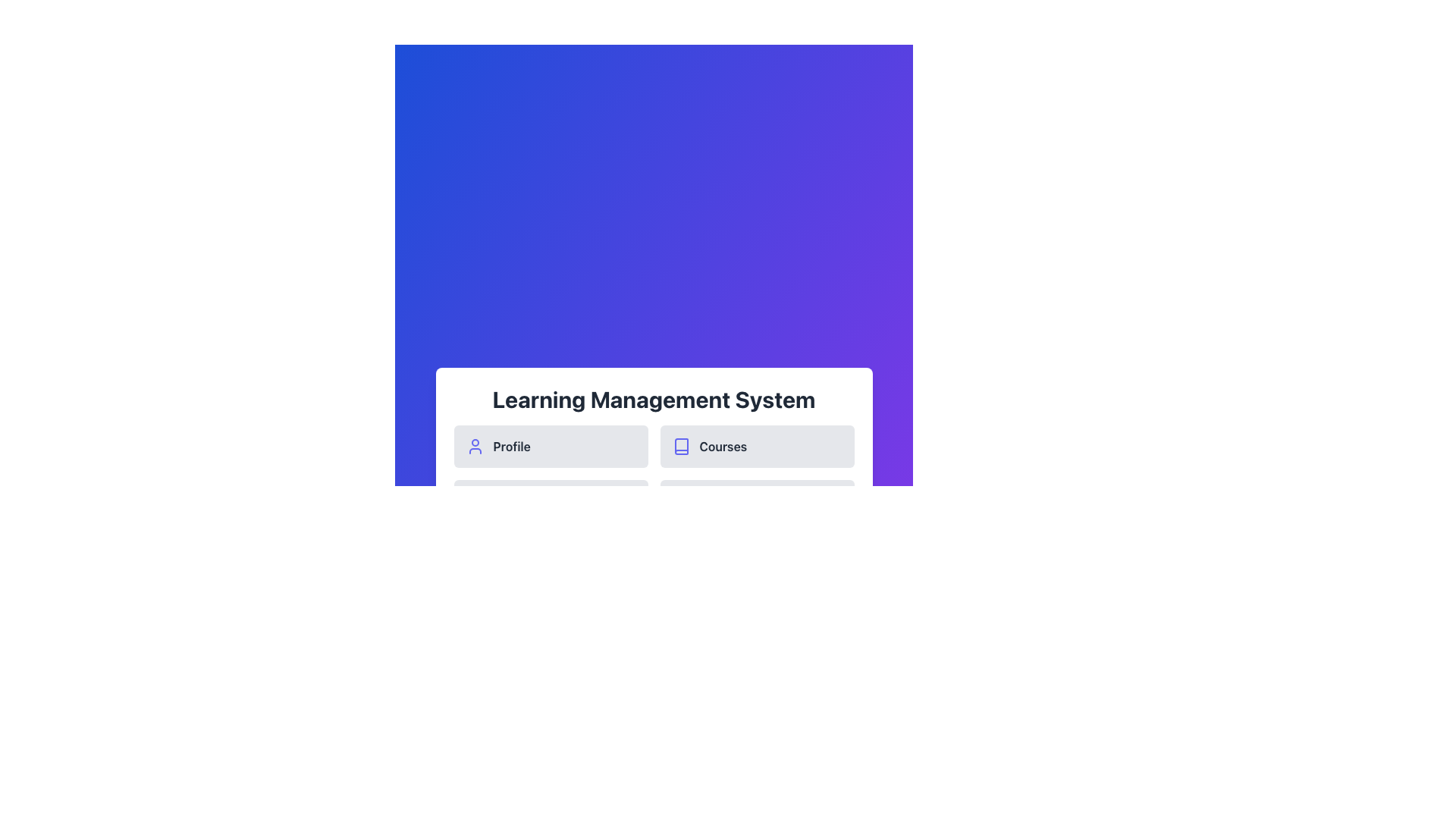 The height and width of the screenshot is (819, 1456). What do you see at coordinates (474, 446) in the screenshot?
I see `the user profile icon located to the left of the 'Profile' text for contextual information` at bounding box center [474, 446].